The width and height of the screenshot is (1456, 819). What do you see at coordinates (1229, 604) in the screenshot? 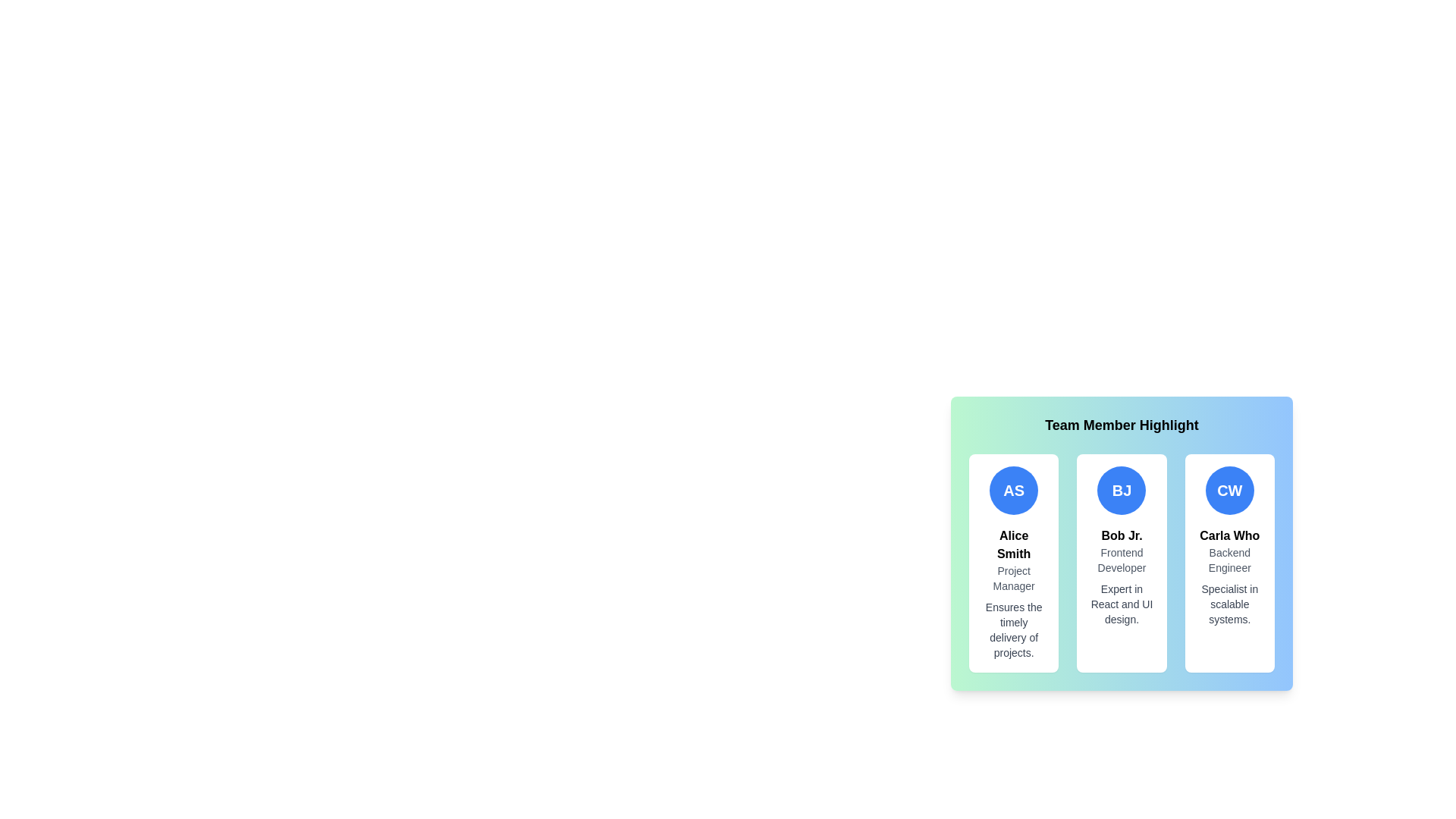
I see `text block that says 'Specialist in scalable systems.' located within the profile card for 'Carla Who.'` at bounding box center [1229, 604].